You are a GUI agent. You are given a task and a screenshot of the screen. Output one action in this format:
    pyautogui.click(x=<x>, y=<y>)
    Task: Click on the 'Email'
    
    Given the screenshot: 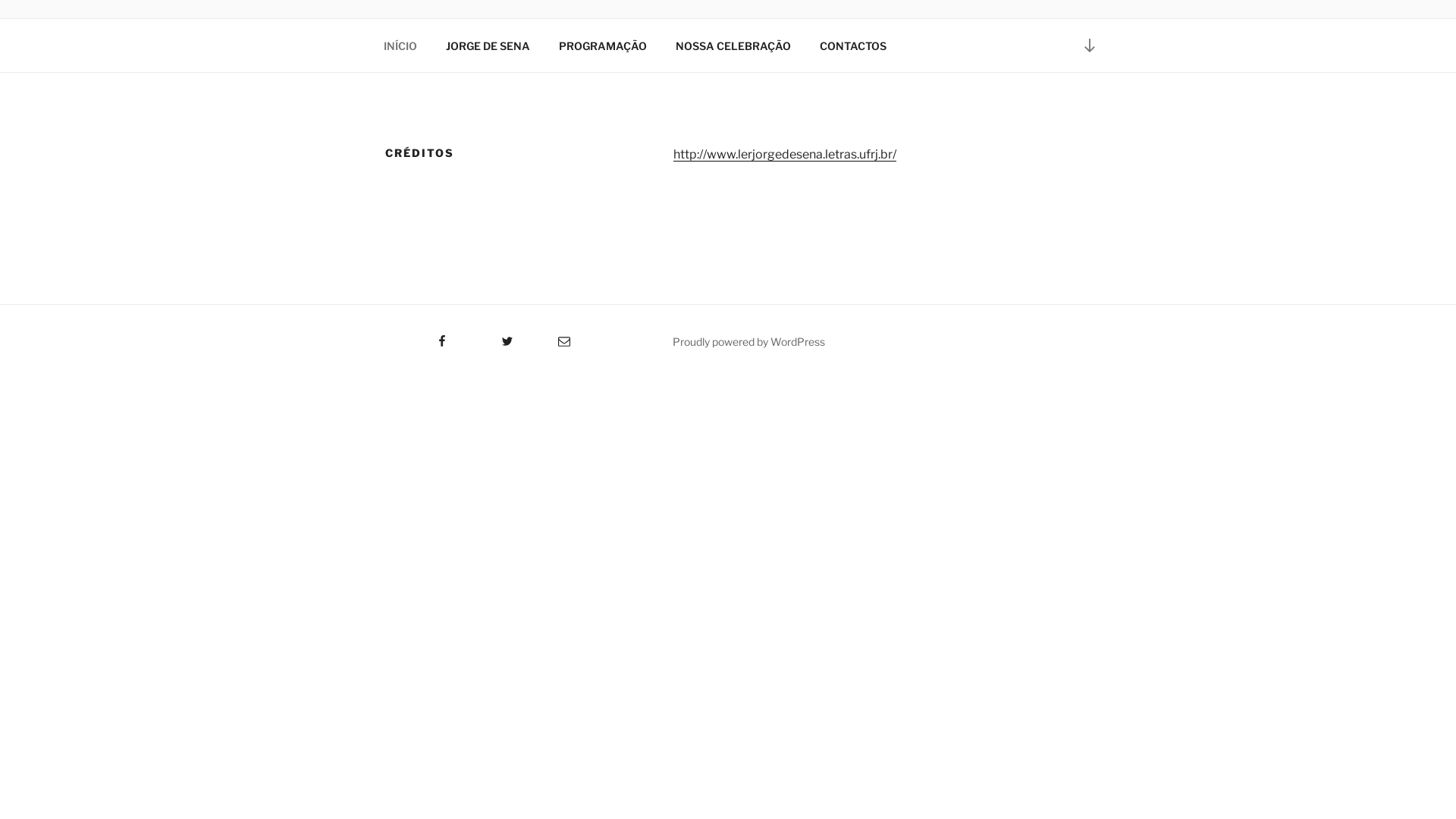 What is the action you would take?
    pyautogui.click(x=528, y=335)
    